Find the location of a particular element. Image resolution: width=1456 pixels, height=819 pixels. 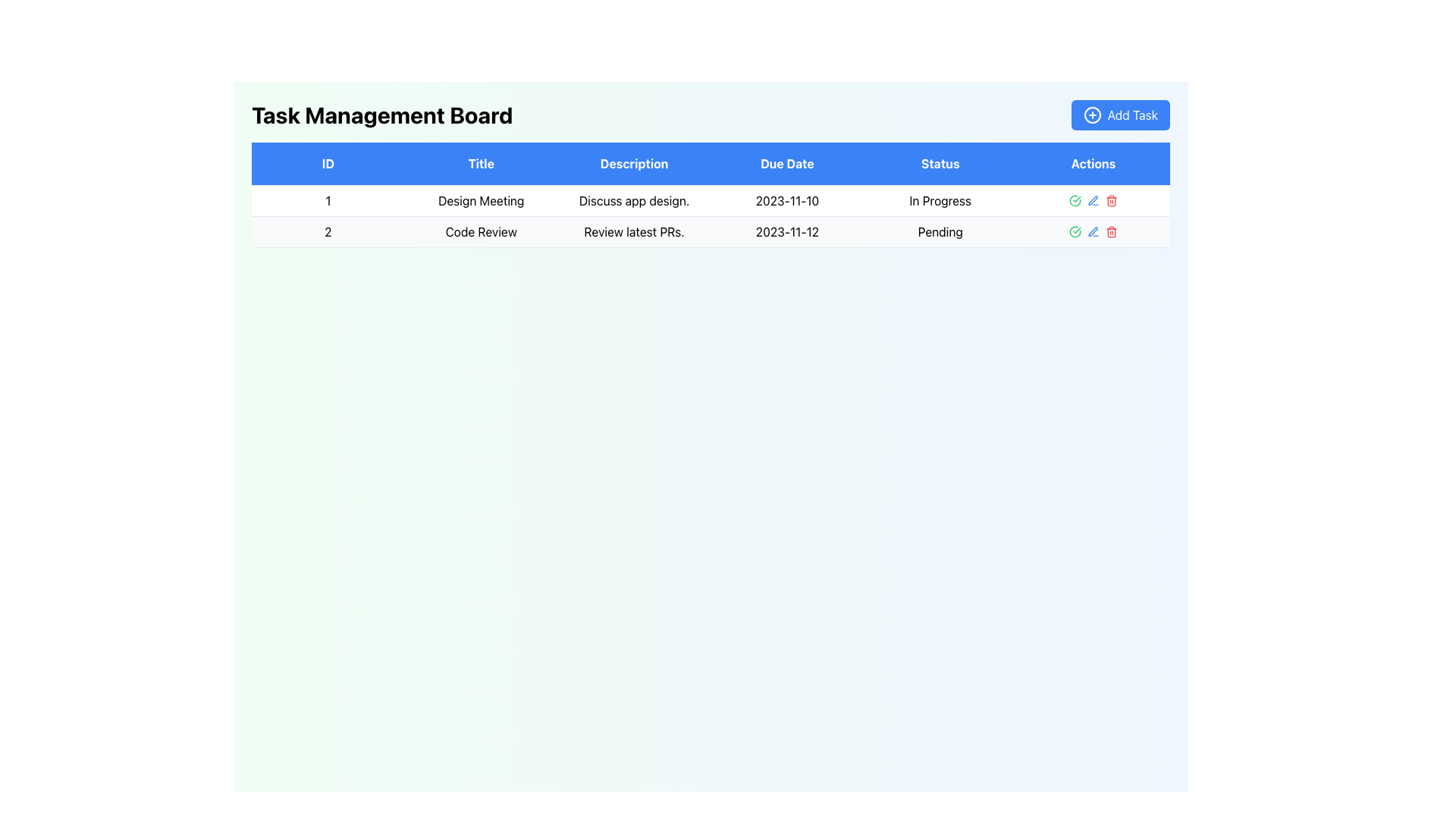

the text label displaying 'Pending' in black, located in the second row of the status column in the task management interface is located at coordinates (940, 231).